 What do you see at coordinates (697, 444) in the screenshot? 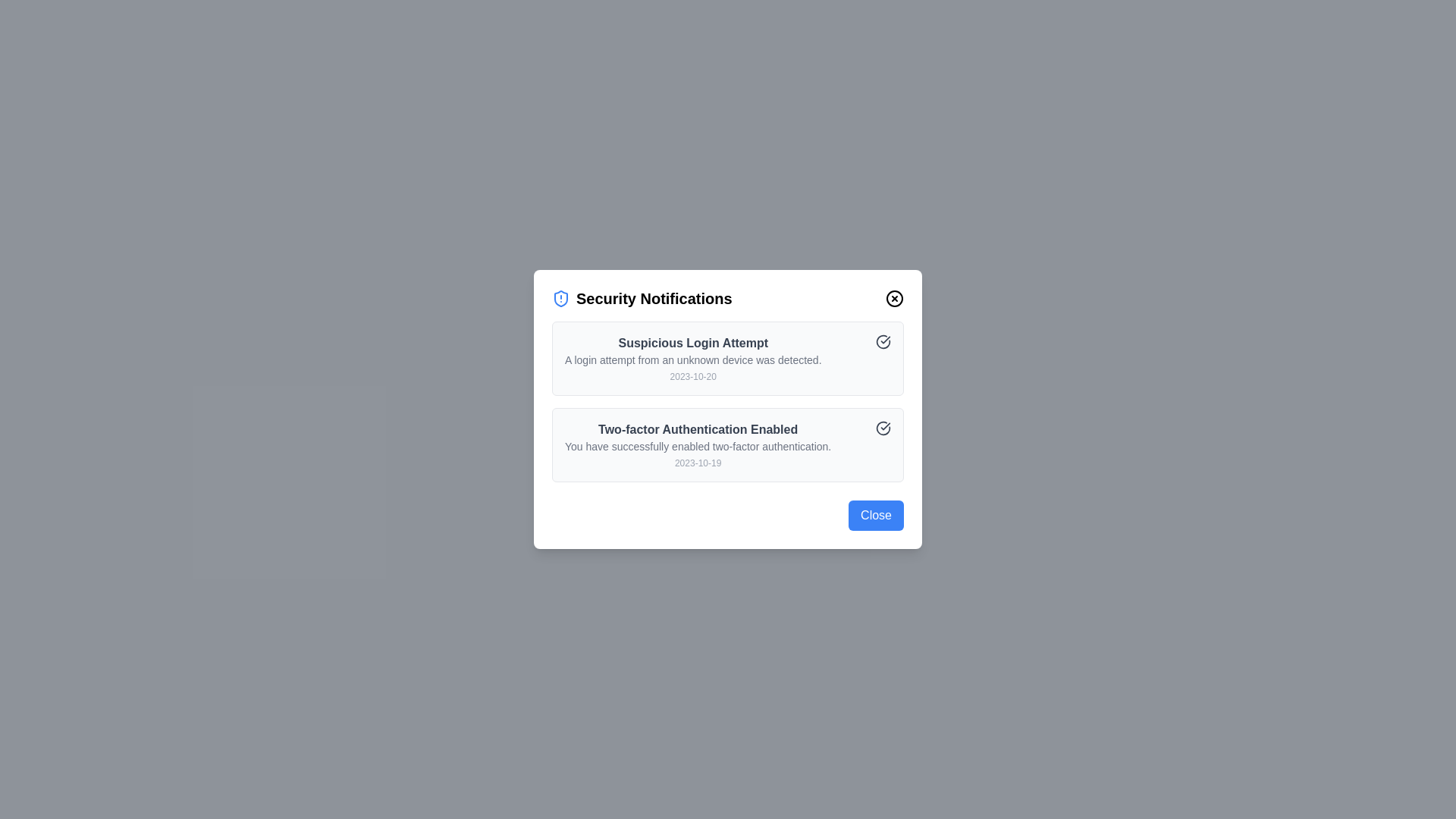
I see `the static textual display indicating 'Two-factor Authentication Enabled' within the 'Security Notifications' modal, which includes a heading, subtext, and date` at bounding box center [697, 444].